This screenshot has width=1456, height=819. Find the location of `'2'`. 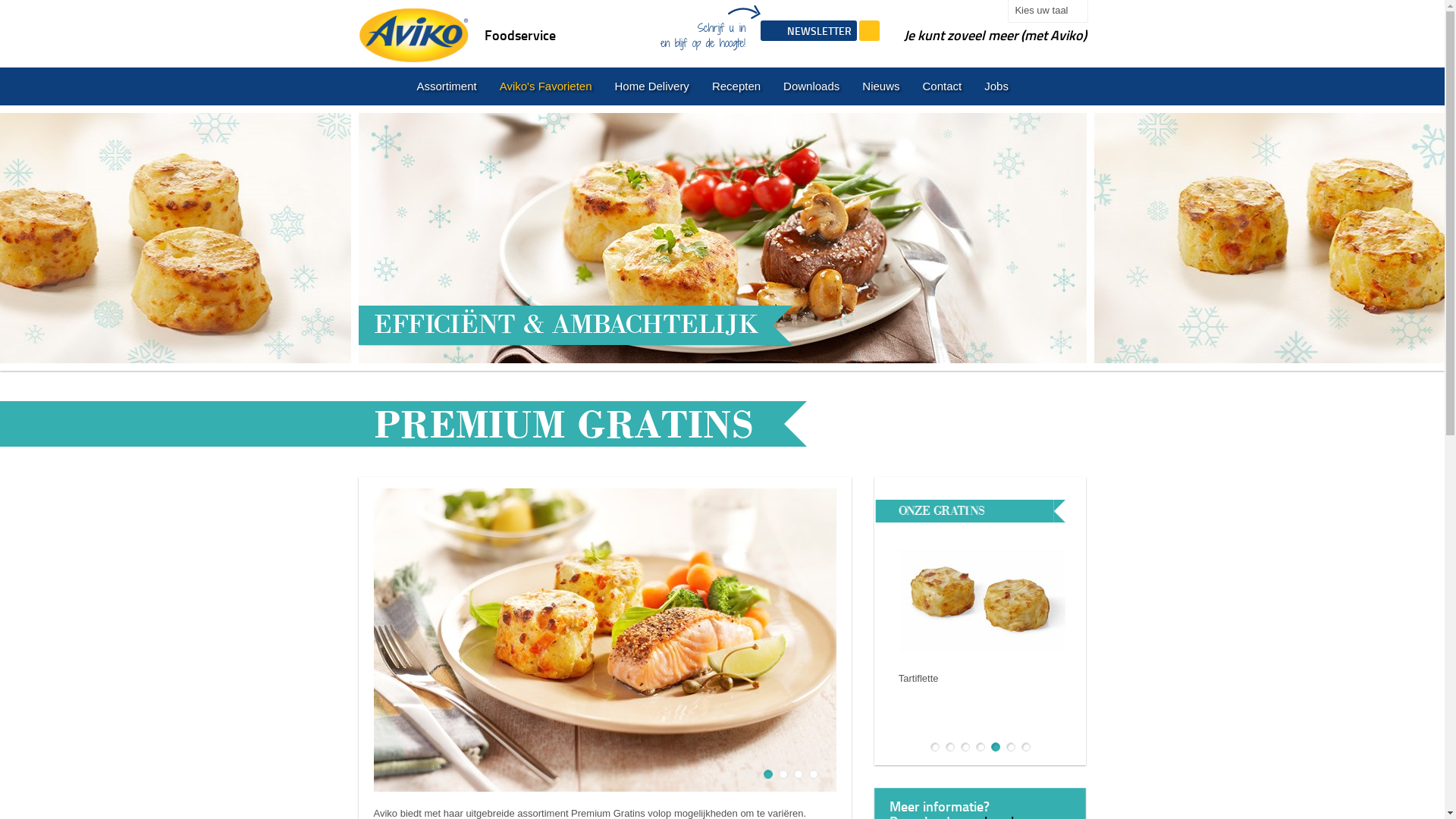

'2' is located at coordinates (949, 745).